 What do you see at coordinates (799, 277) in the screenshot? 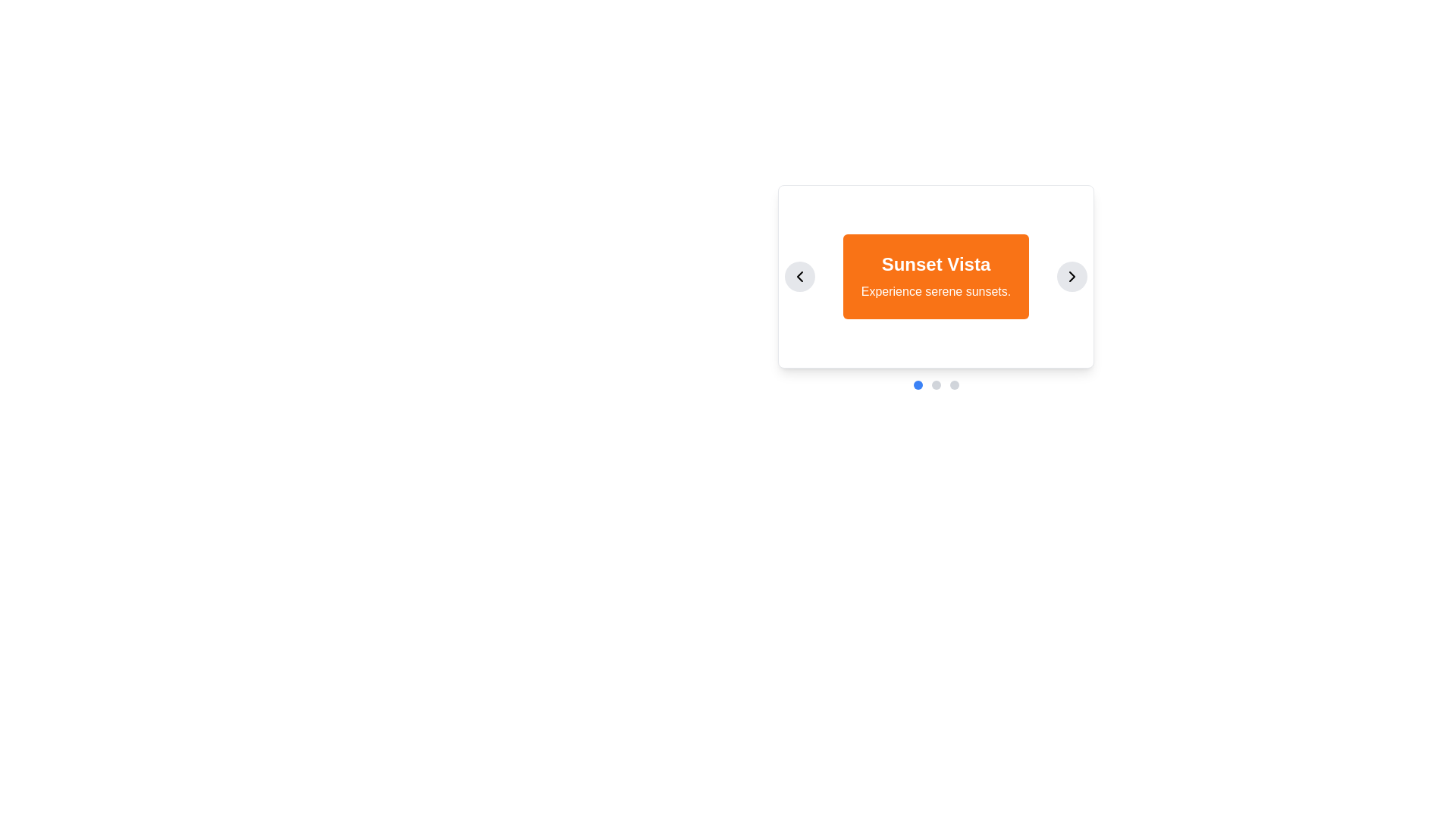
I see `the leftward-pointing chevron SVG icon located adjacent to the orange button labeled 'Sunset Vista'` at bounding box center [799, 277].